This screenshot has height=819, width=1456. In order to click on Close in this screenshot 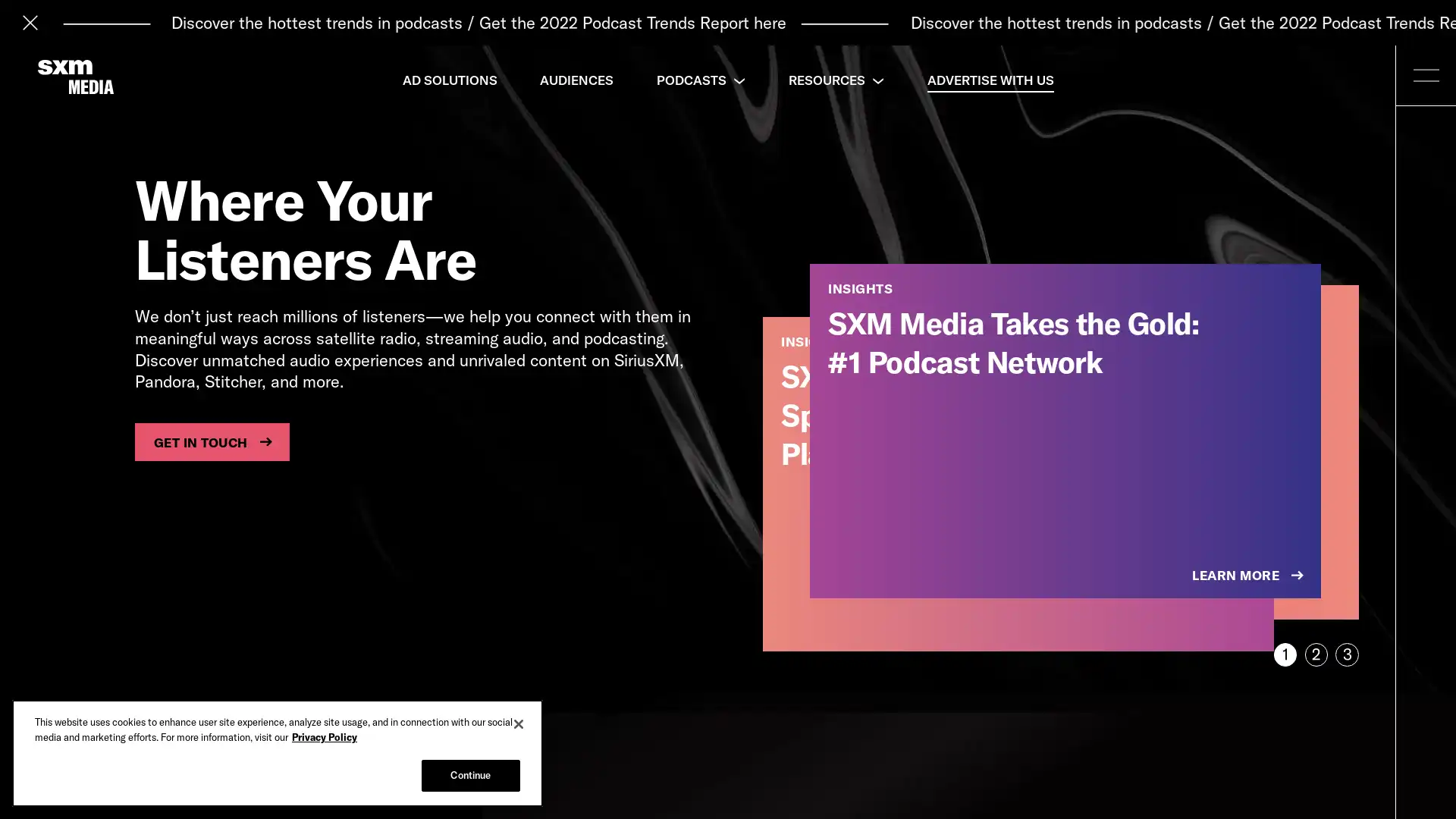, I will do `click(519, 723)`.